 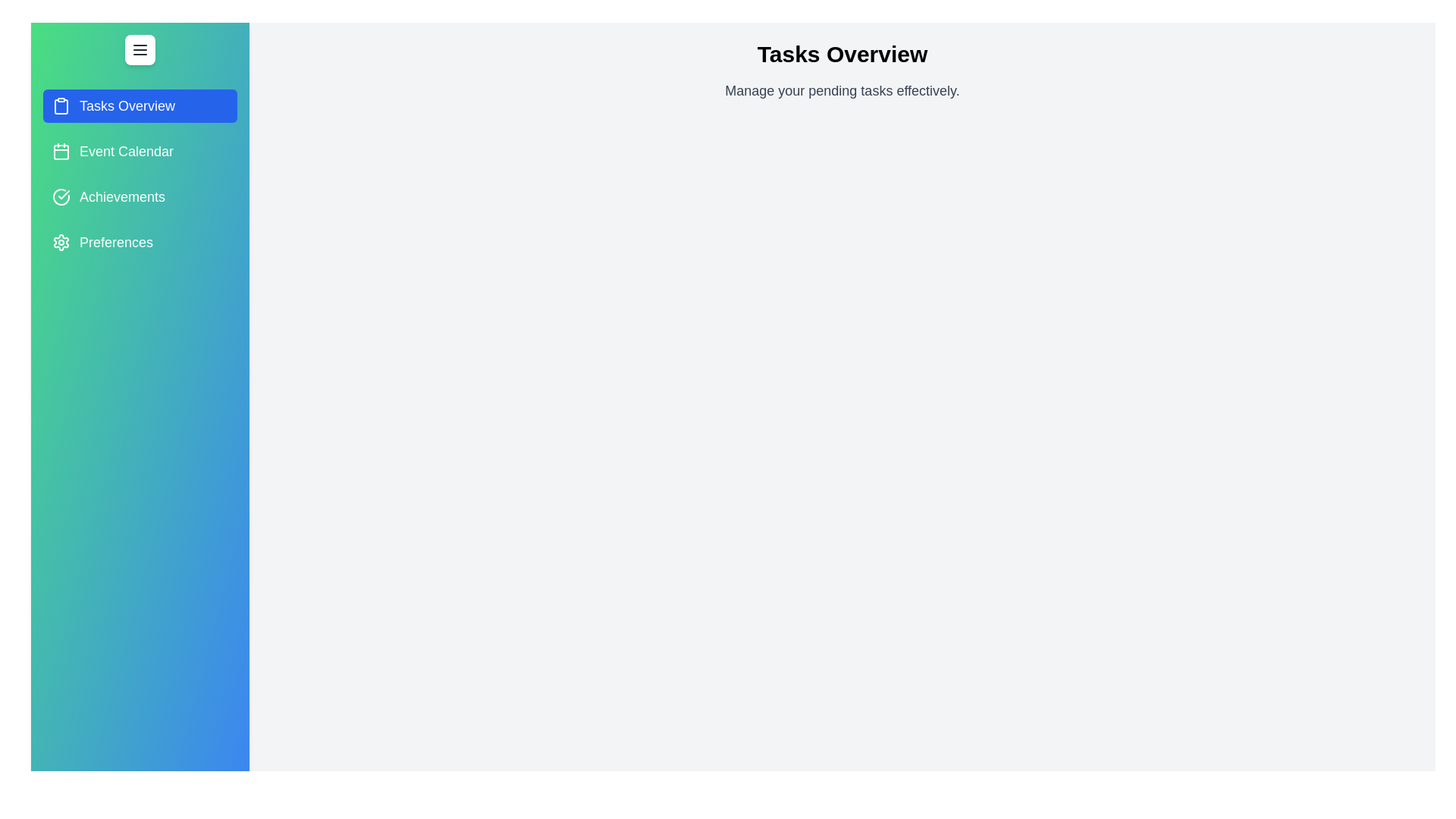 What do you see at coordinates (140, 196) in the screenshot?
I see `the tab Achievements to preview its interaction effects` at bounding box center [140, 196].